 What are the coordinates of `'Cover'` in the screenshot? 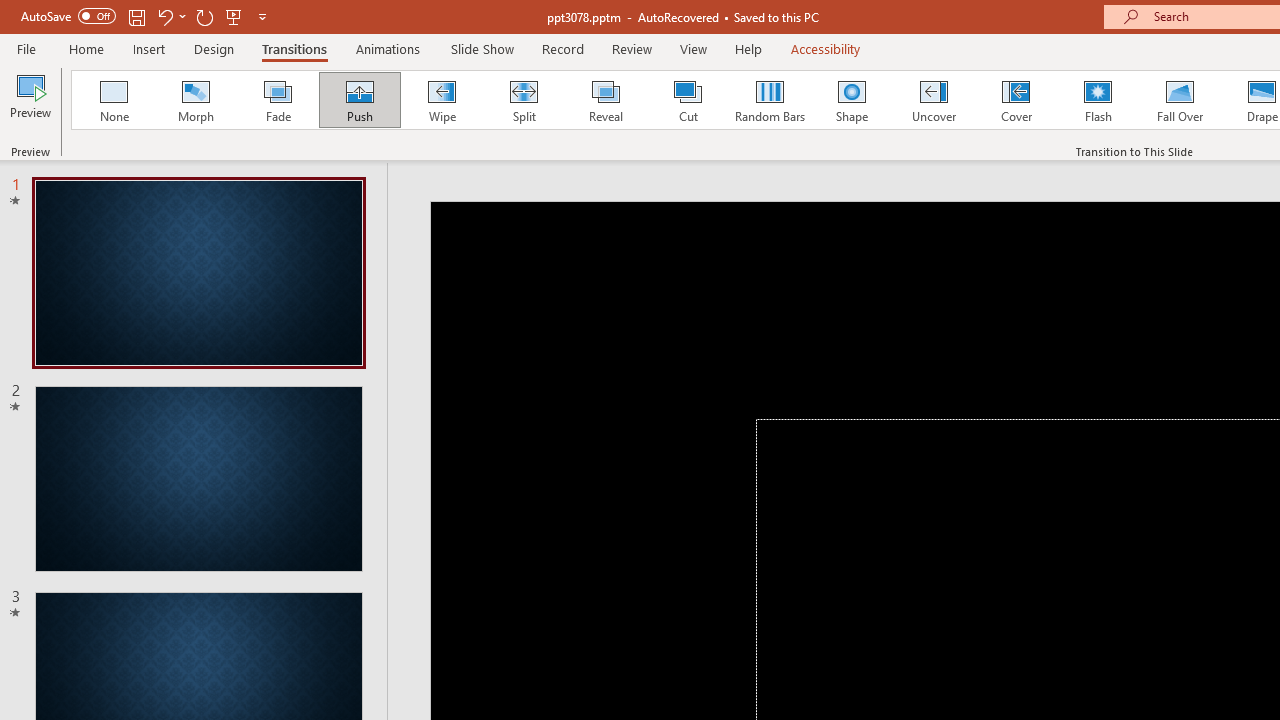 It's located at (1016, 100).